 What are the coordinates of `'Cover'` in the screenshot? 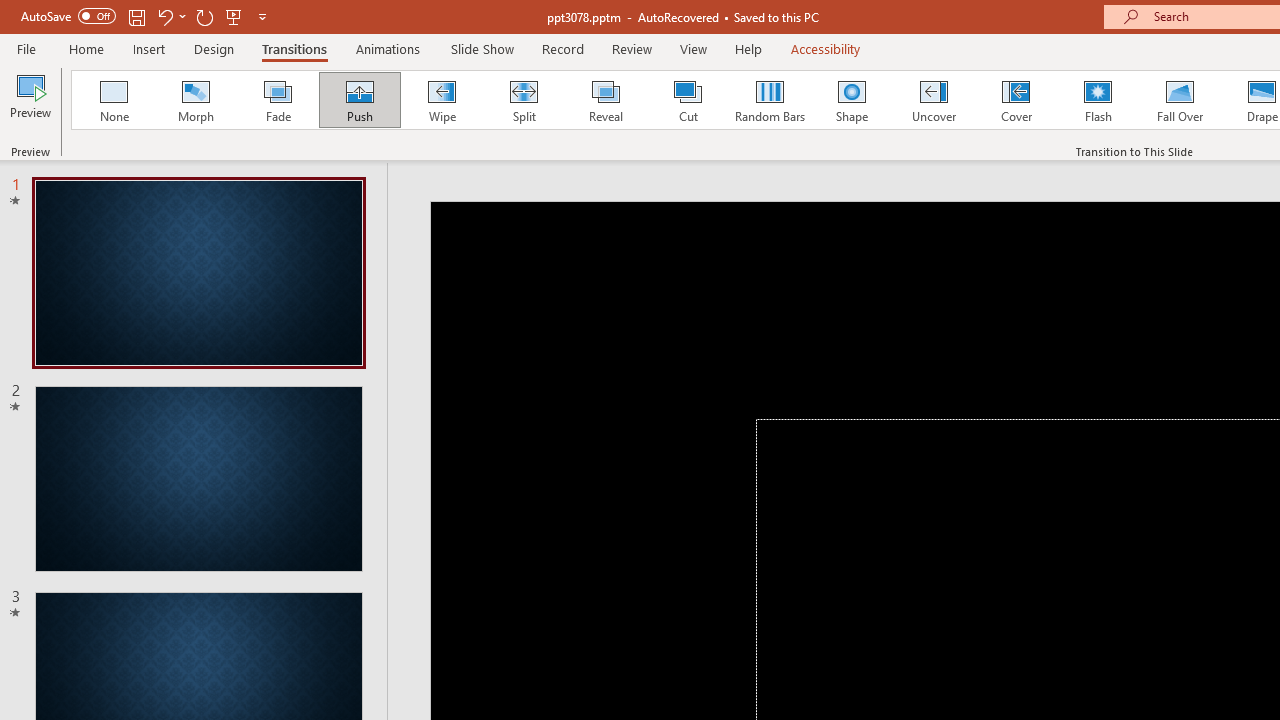 It's located at (1016, 100).